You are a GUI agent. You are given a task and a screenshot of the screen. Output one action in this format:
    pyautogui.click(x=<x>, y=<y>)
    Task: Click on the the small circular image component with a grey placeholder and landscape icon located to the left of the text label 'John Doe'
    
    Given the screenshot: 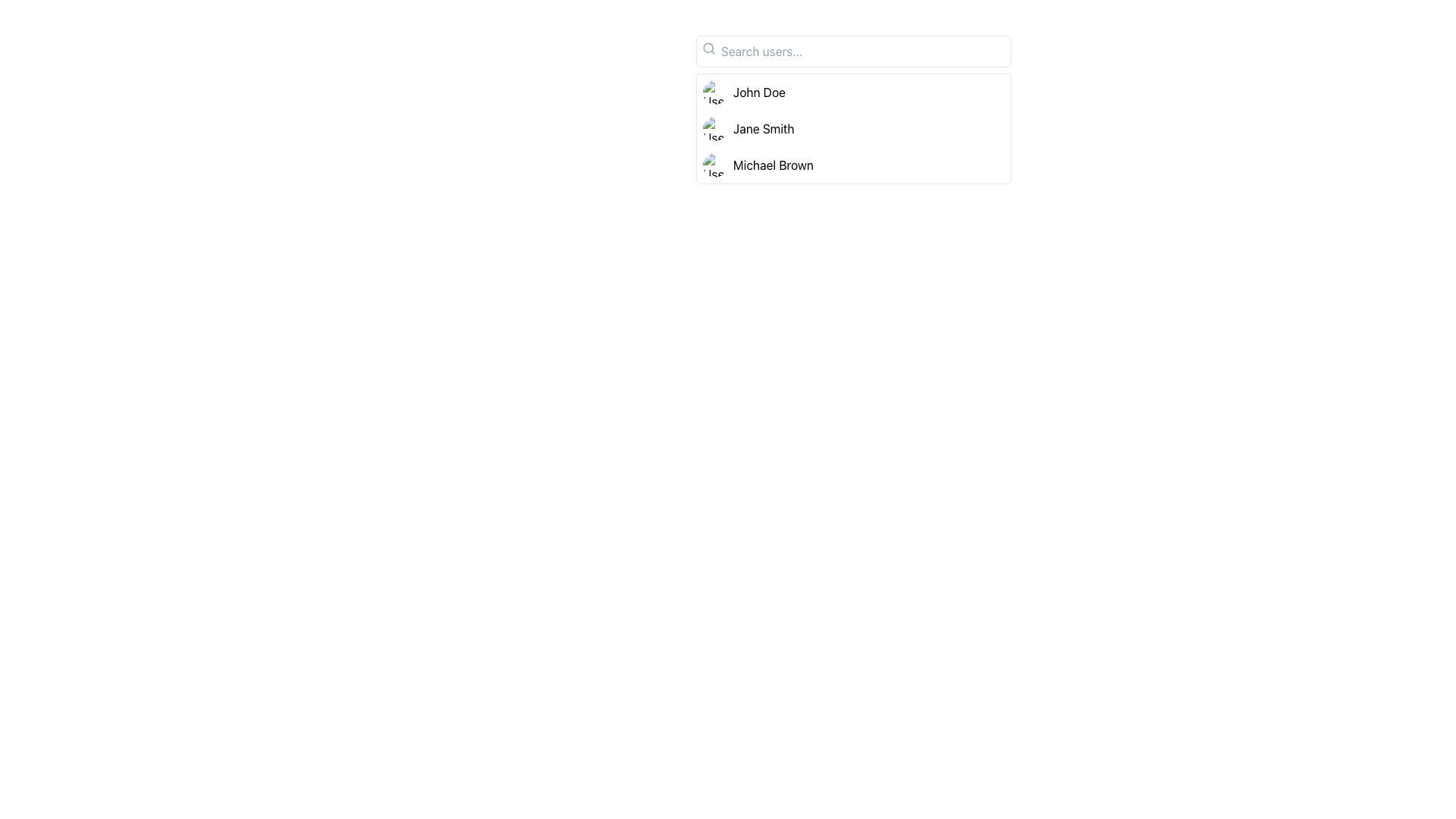 What is the action you would take?
    pyautogui.click(x=714, y=93)
    